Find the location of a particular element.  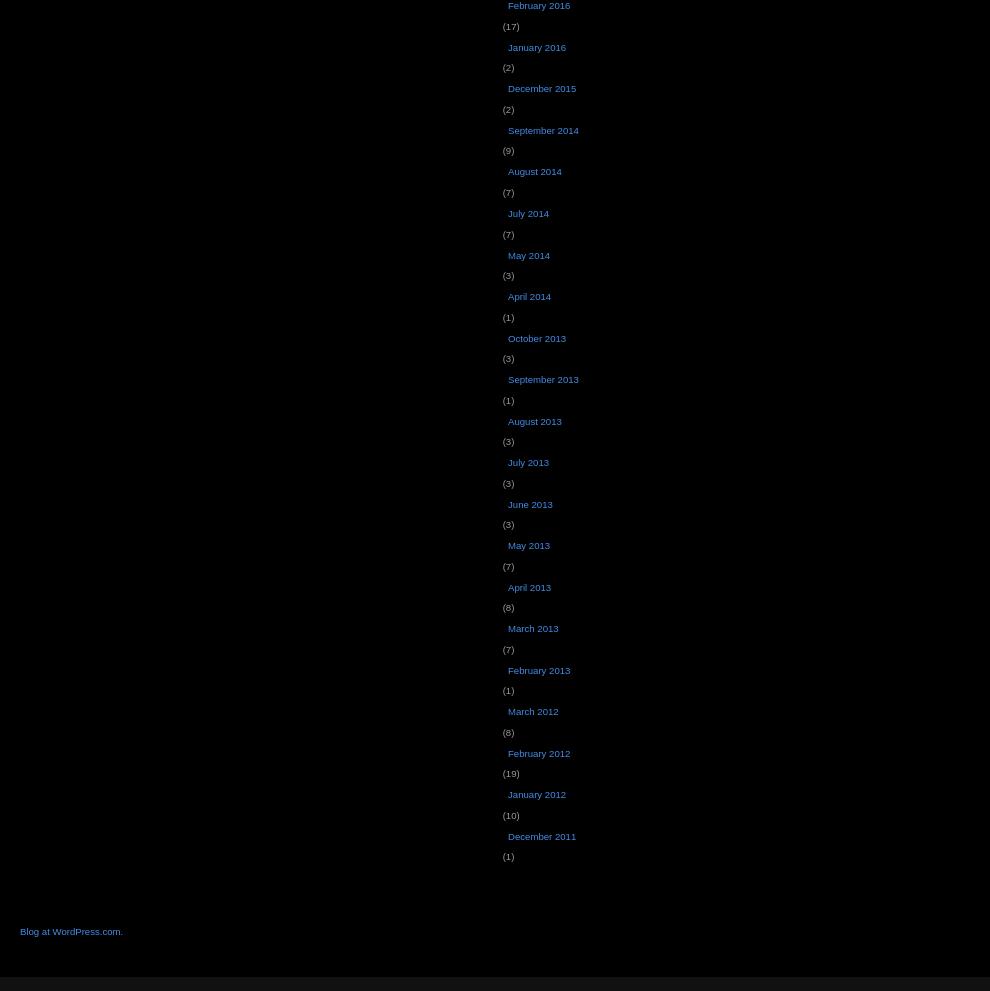

'August 2013' is located at coordinates (533, 420).